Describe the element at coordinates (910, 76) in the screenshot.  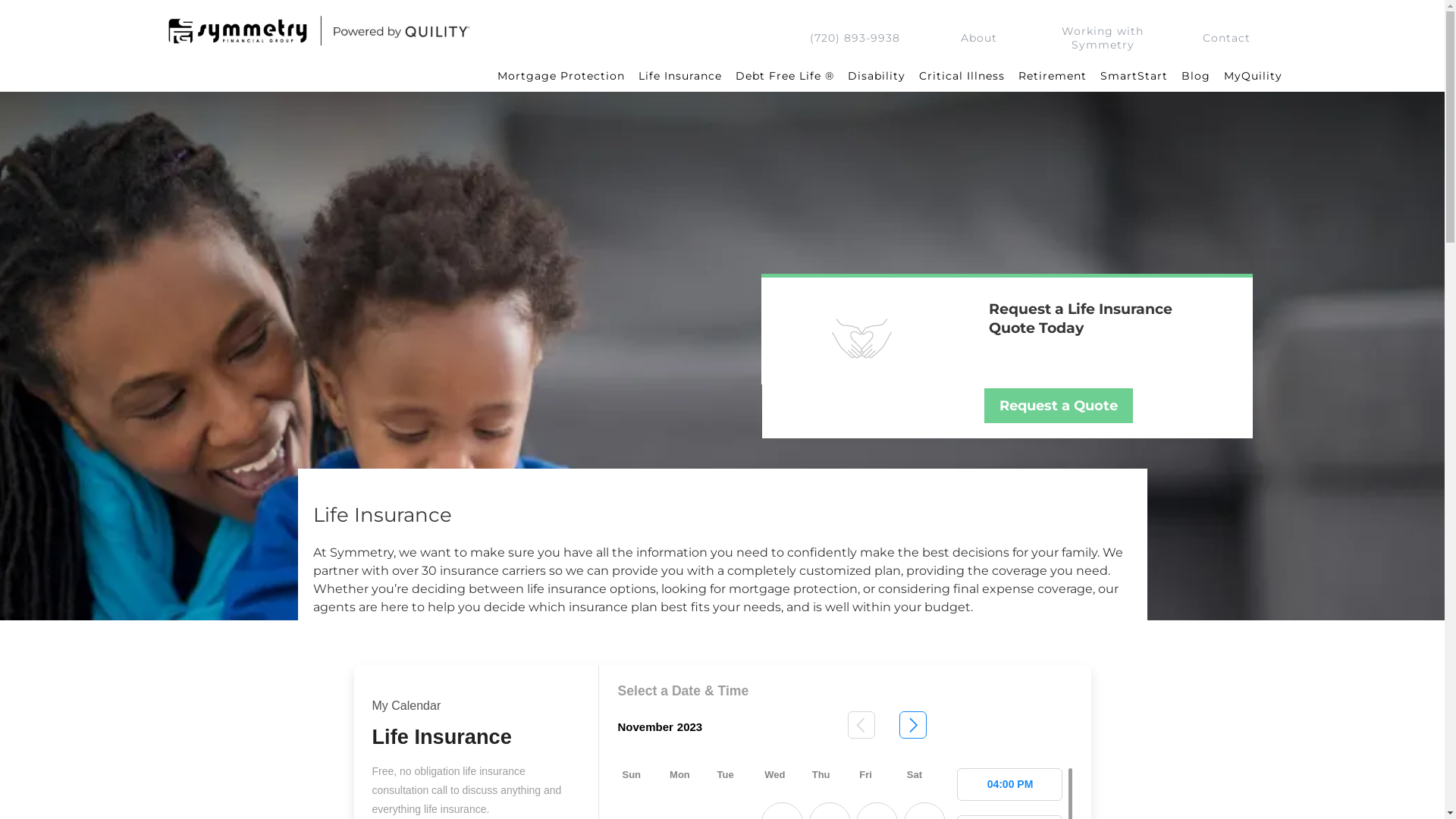
I see `'Critical Illness'` at that location.